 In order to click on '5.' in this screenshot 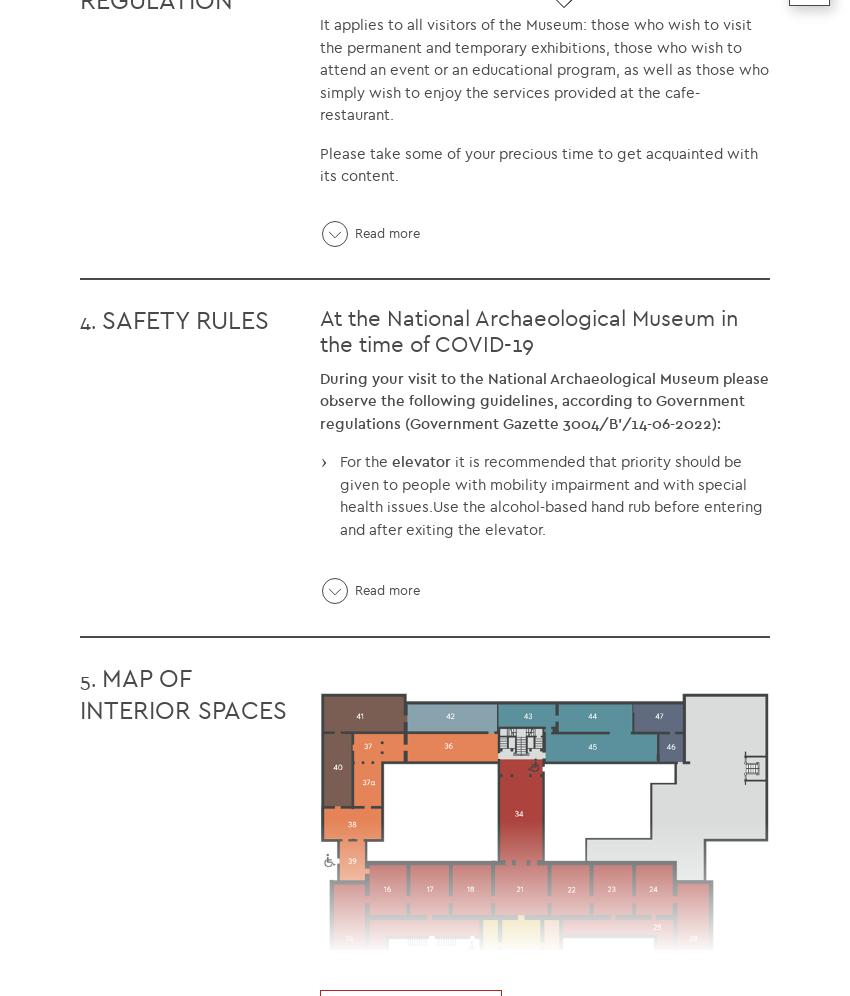, I will do `click(90, 678)`.